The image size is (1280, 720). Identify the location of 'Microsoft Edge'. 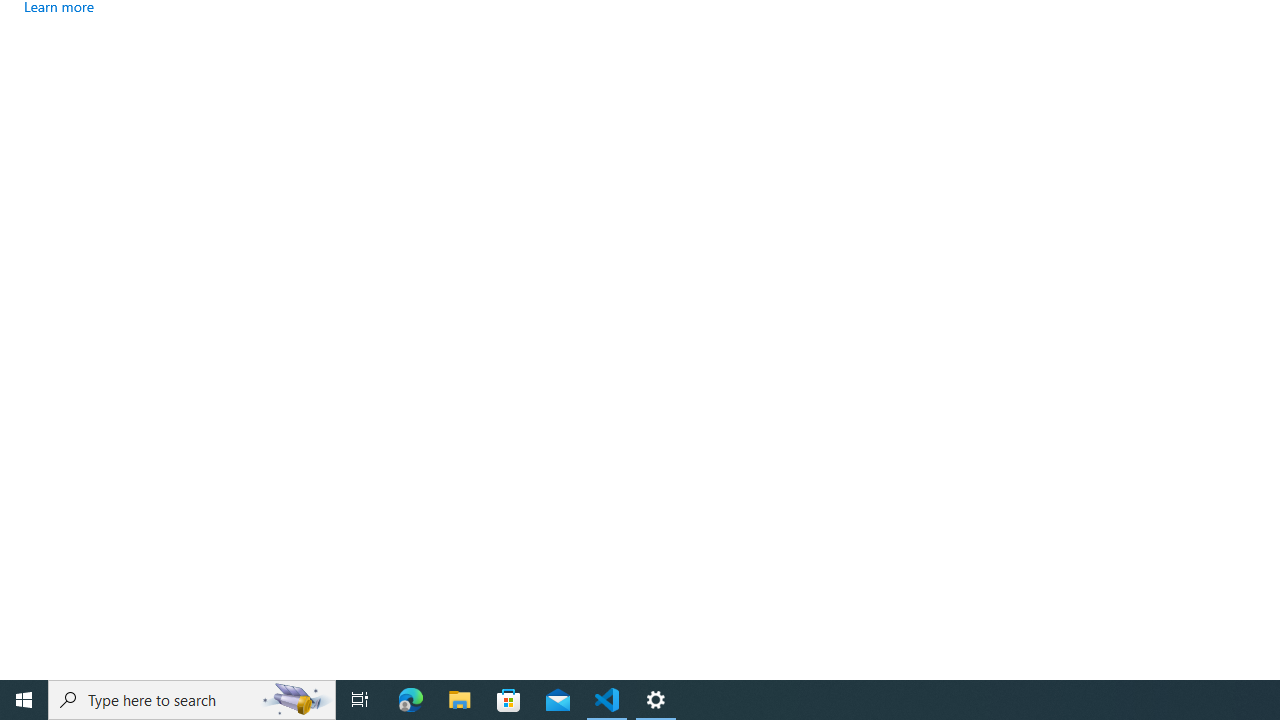
(410, 698).